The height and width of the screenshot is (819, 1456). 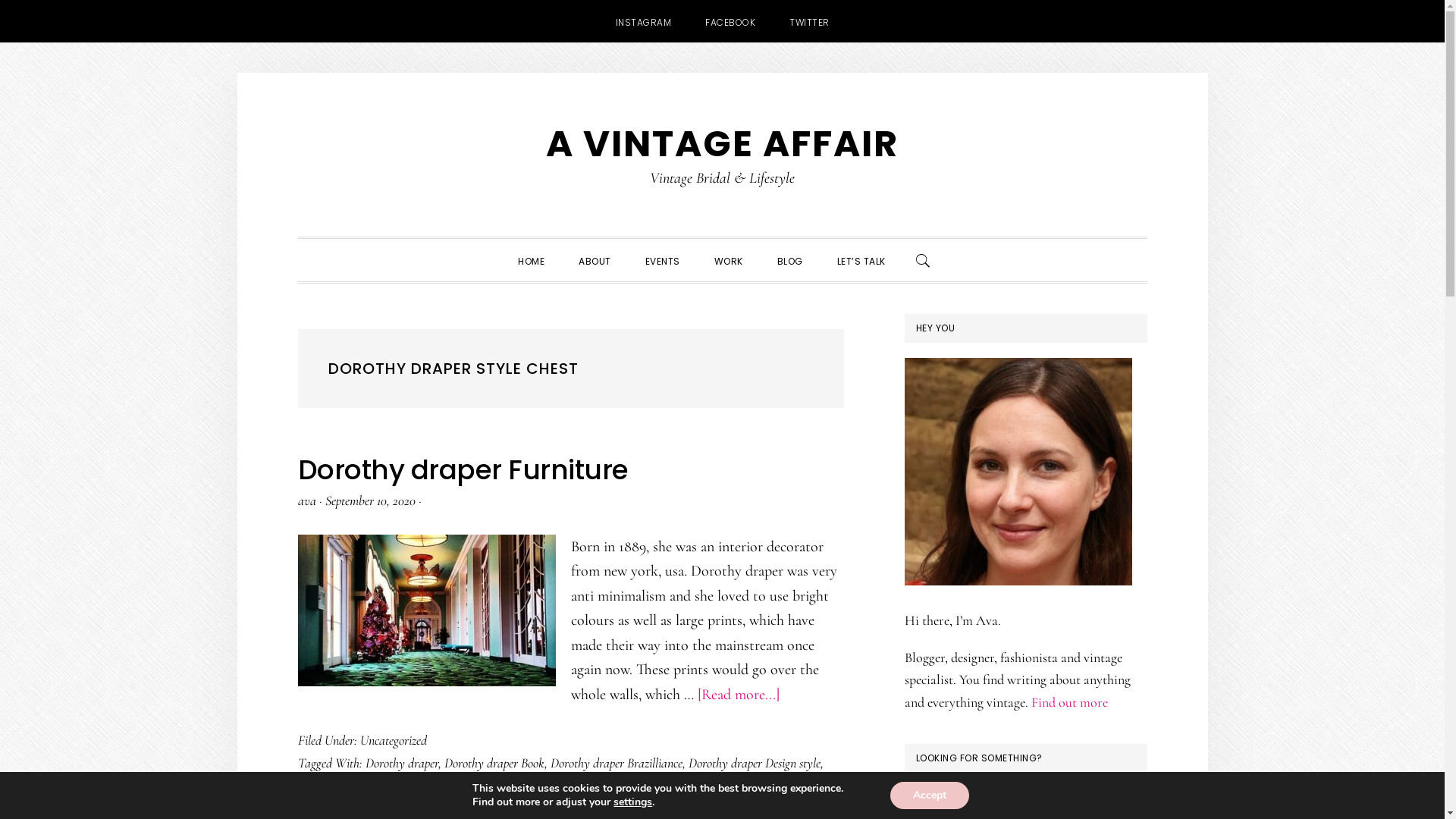 What do you see at coordinates (1068, 701) in the screenshot?
I see `'Find out more'` at bounding box center [1068, 701].